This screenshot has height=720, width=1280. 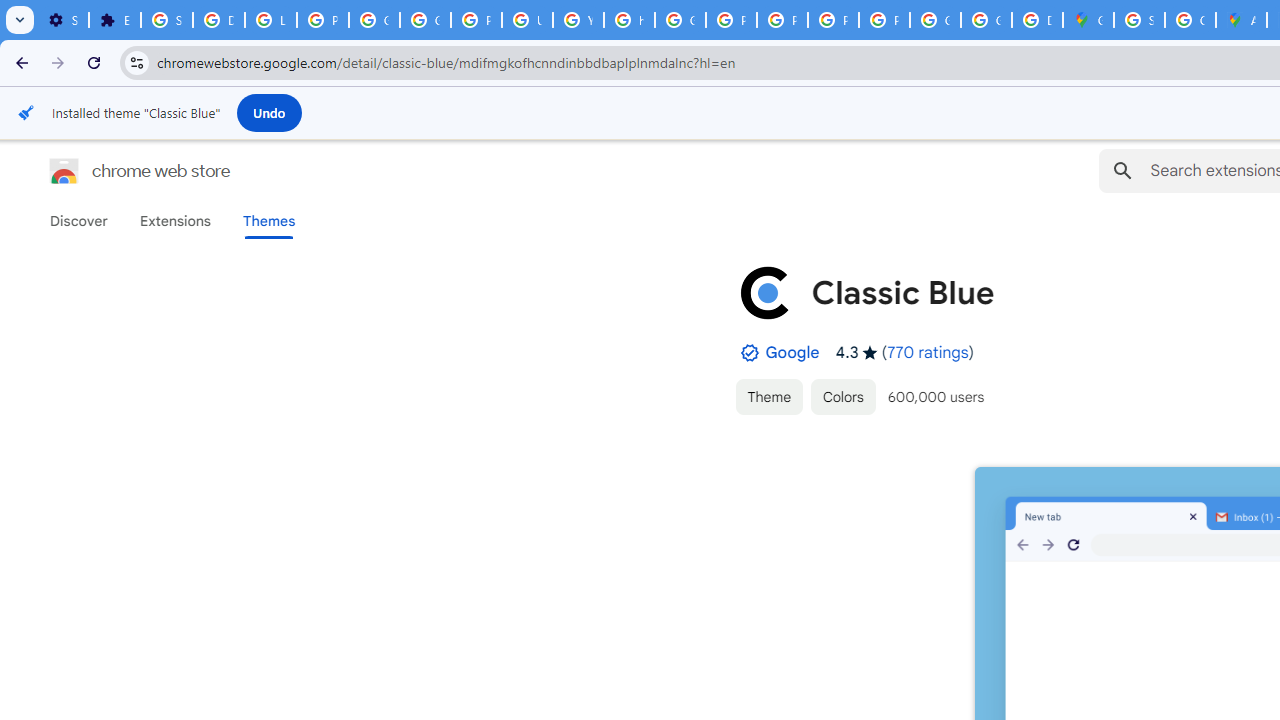 I want to click on 'Chrome Web Store logo chrome web store', so click(x=118, y=170).